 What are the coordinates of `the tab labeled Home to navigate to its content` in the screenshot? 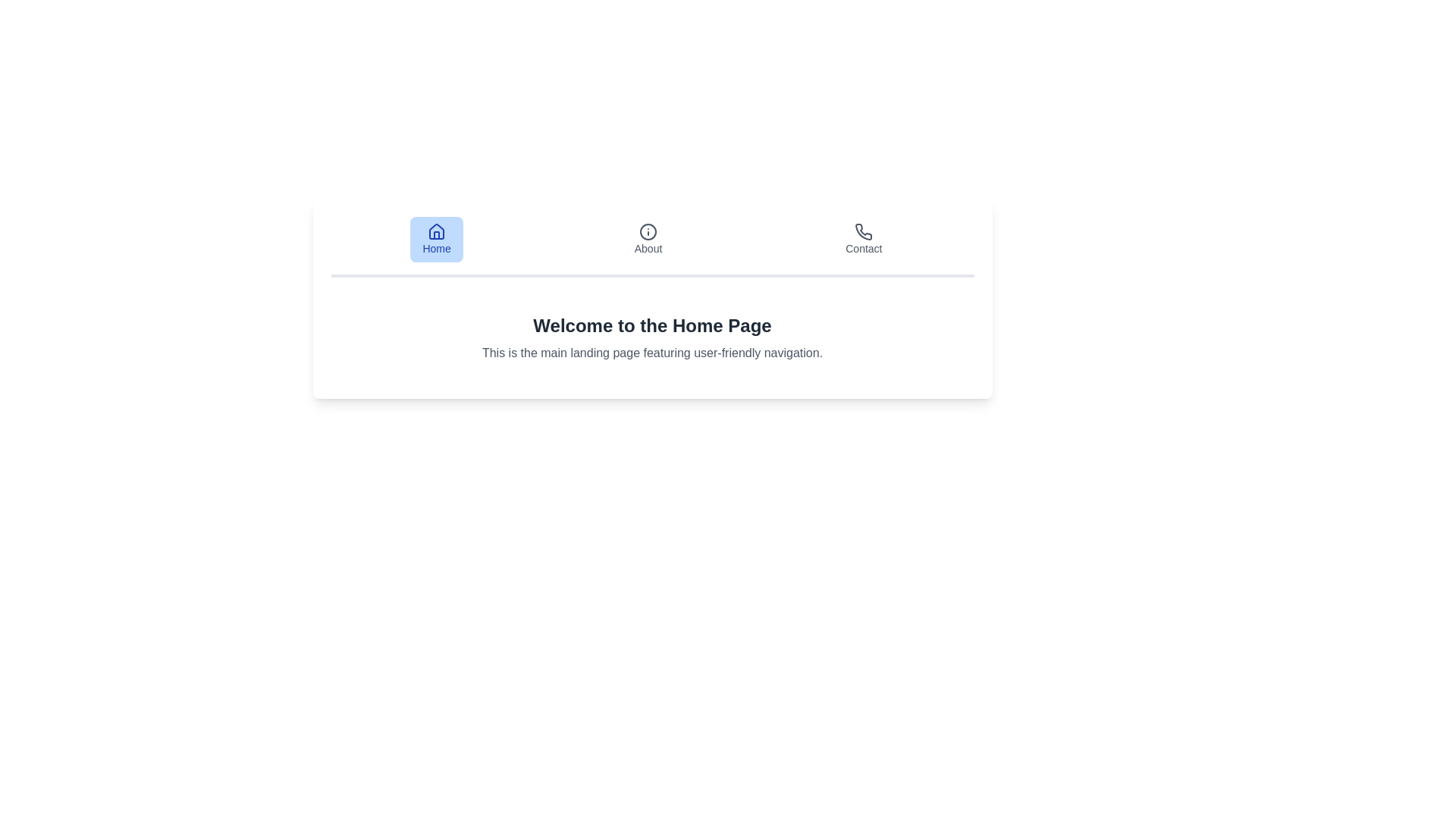 It's located at (436, 239).